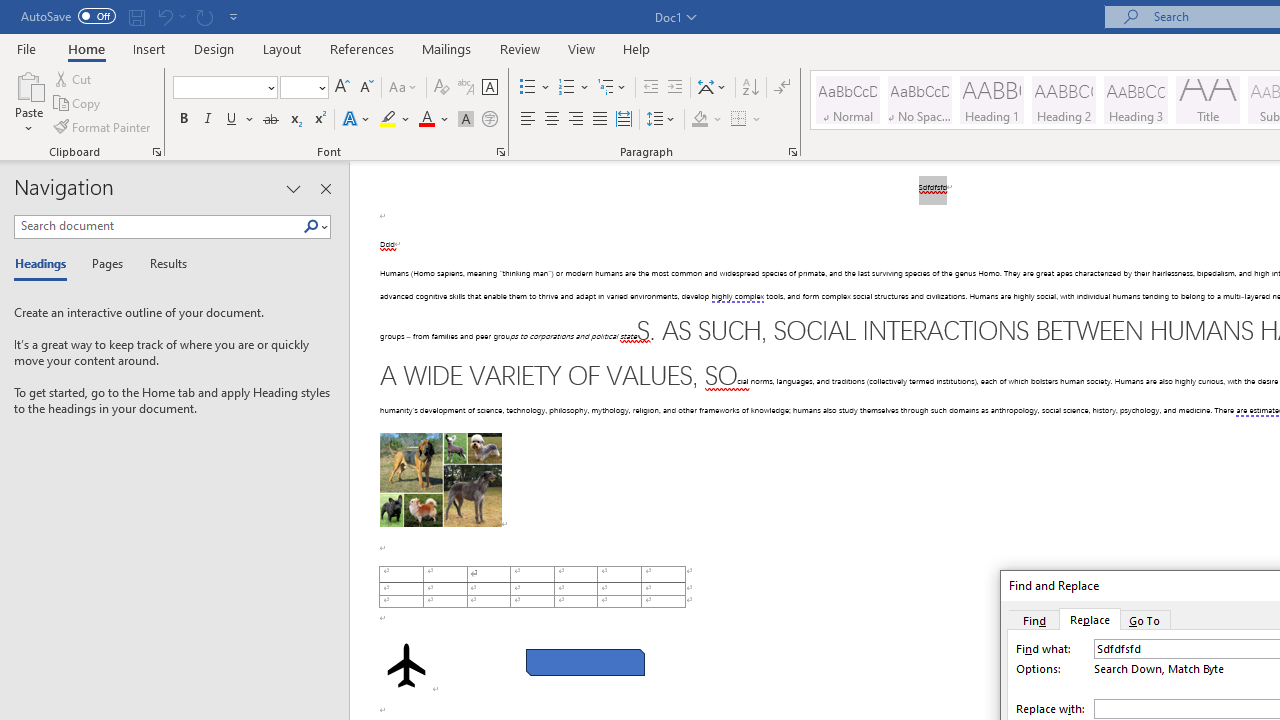 This screenshot has width=1280, height=720. I want to click on 'Increase Indent', so click(675, 86).